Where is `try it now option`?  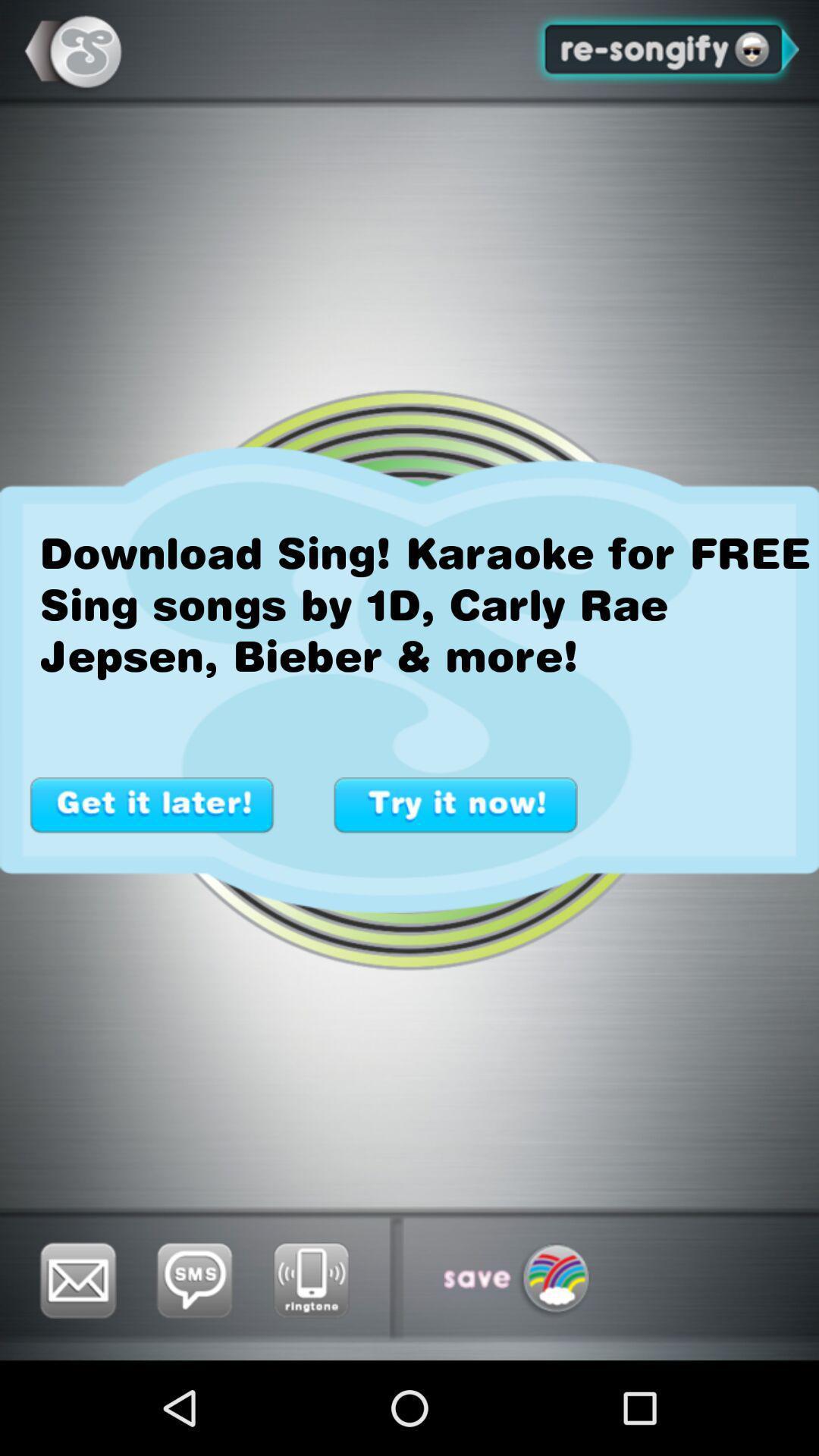
try it now option is located at coordinates (455, 804).